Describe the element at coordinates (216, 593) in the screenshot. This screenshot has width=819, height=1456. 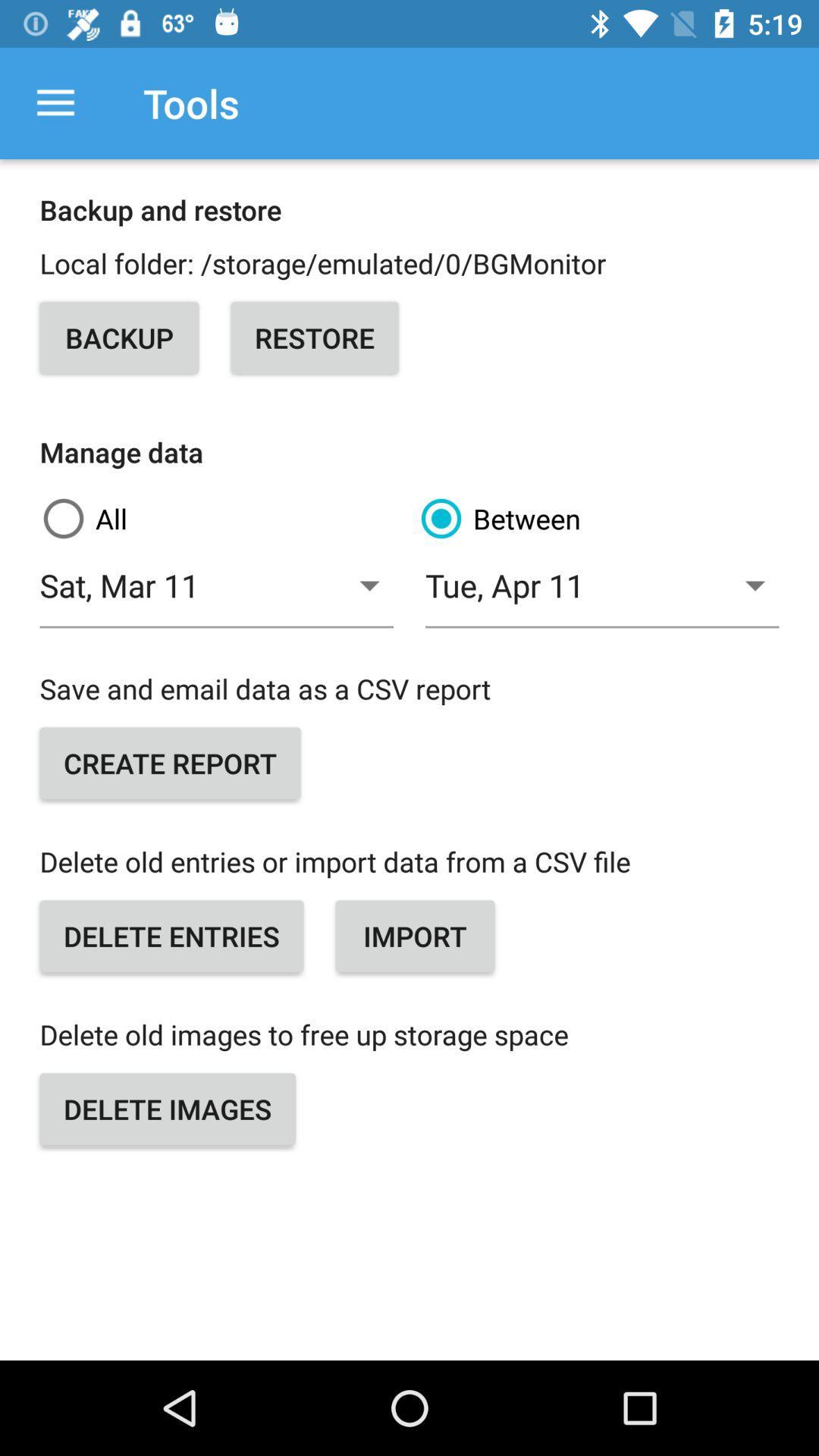
I see `item to the left of the between` at that location.